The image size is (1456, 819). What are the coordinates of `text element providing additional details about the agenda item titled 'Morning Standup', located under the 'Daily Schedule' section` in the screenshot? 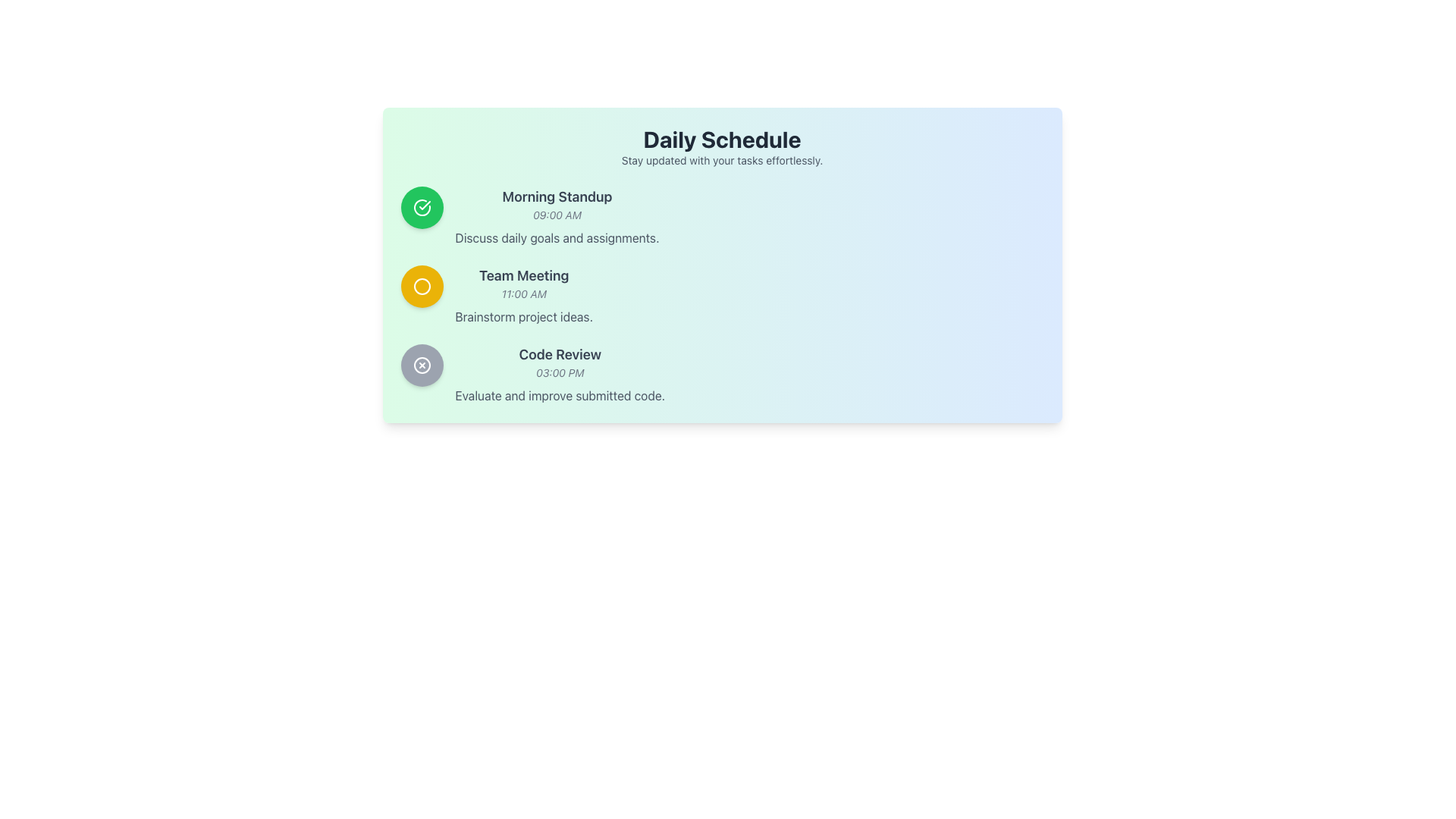 It's located at (556, 237).